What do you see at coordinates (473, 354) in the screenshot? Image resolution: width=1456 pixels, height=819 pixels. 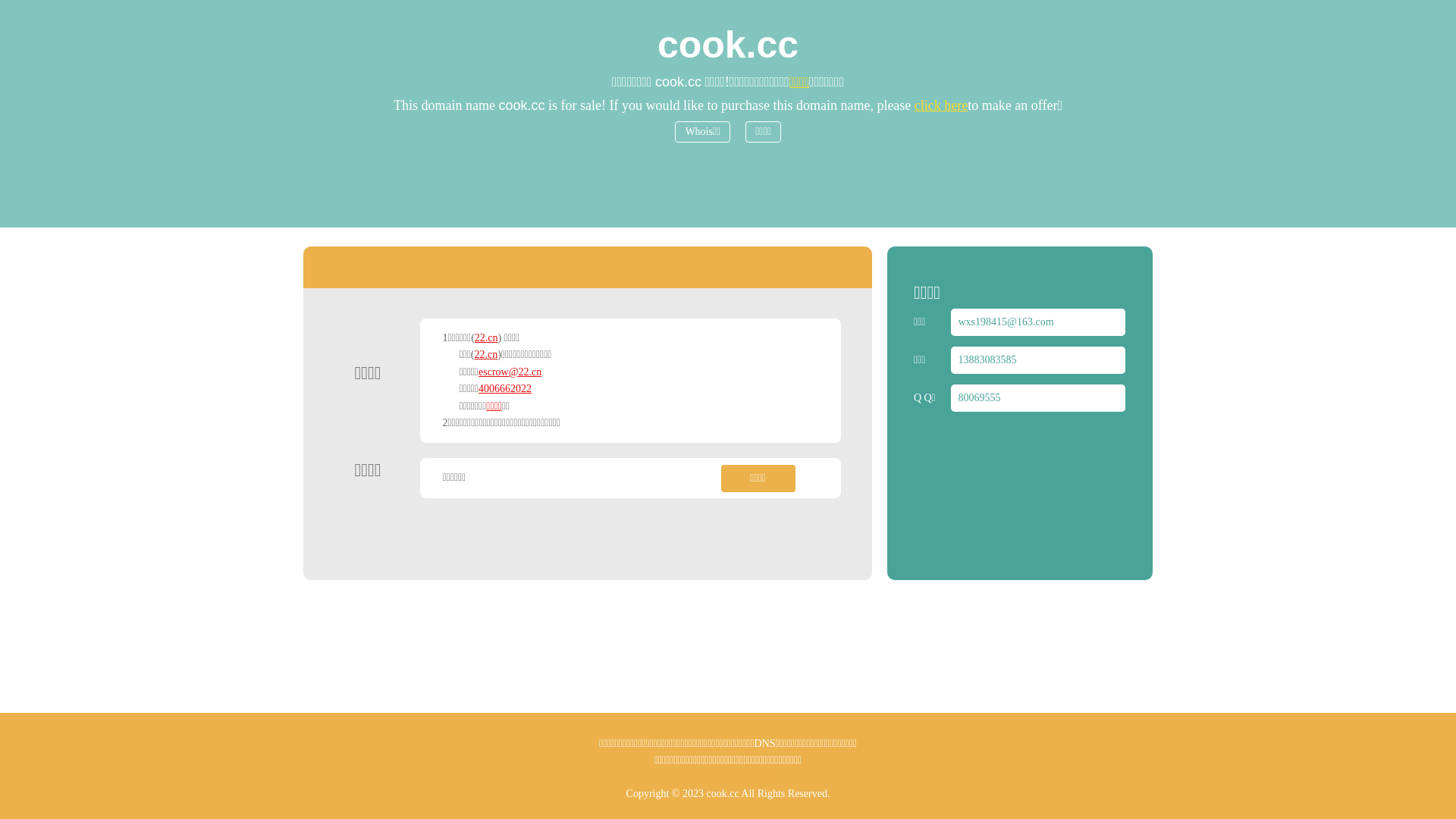 I see `'22.cn'` at bounding box center [473, 354].